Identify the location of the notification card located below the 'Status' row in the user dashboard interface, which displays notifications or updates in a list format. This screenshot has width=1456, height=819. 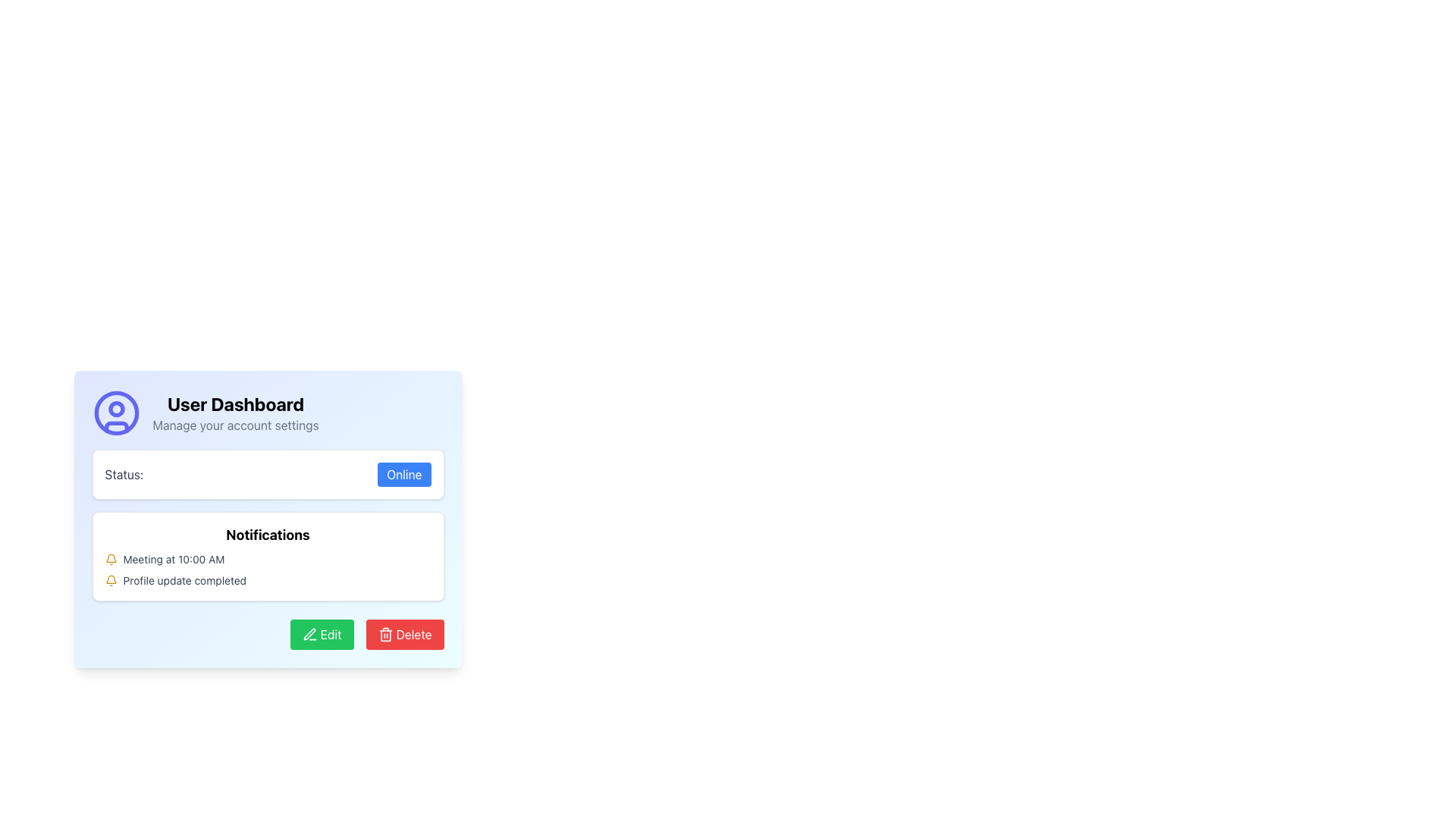
(268, 556).